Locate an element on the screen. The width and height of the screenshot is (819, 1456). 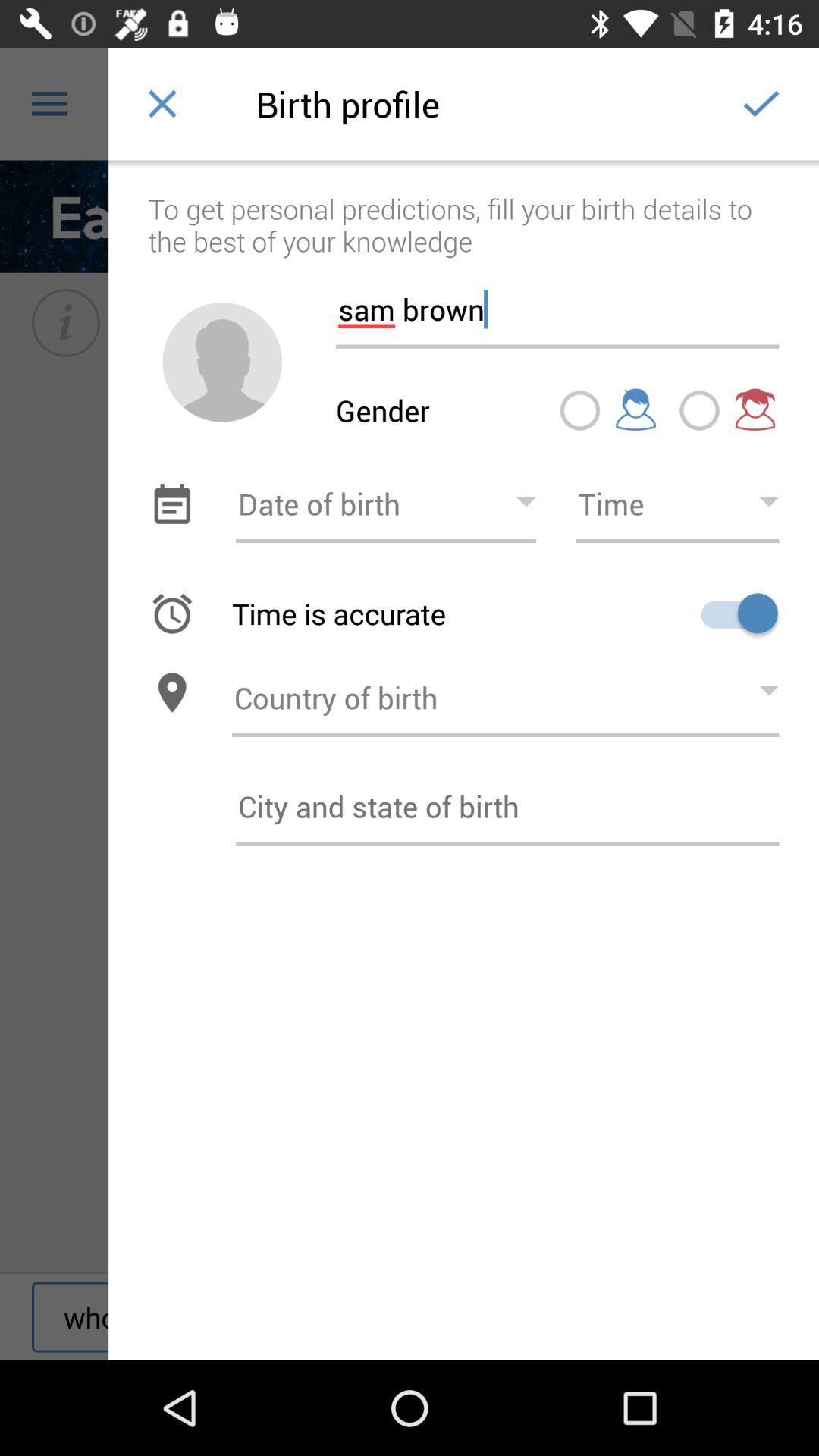
the icon below to get personal item is located at coordinates (557, 303).